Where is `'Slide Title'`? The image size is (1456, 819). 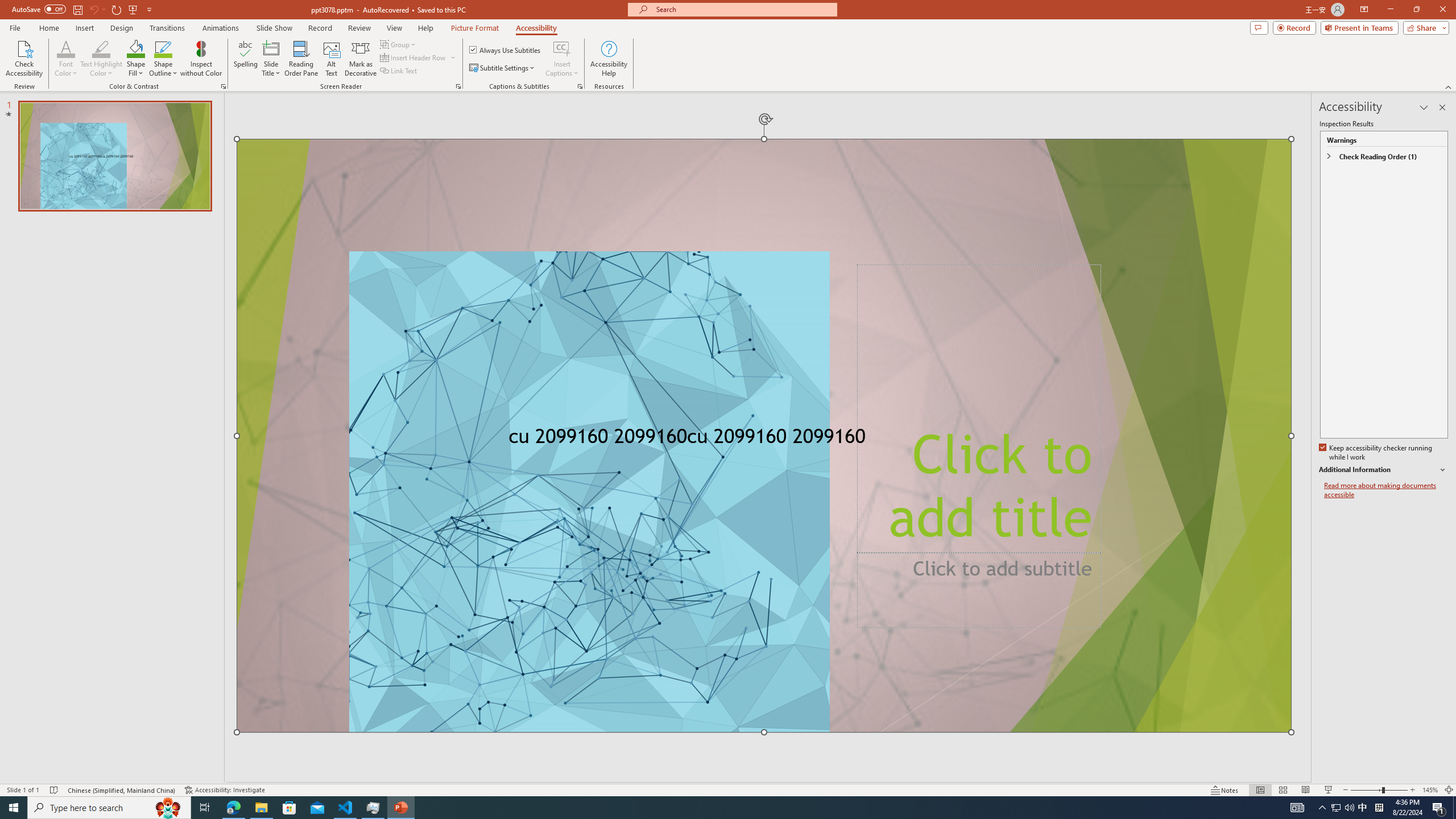
'Slide Title' is located at coordinates (271, 59).